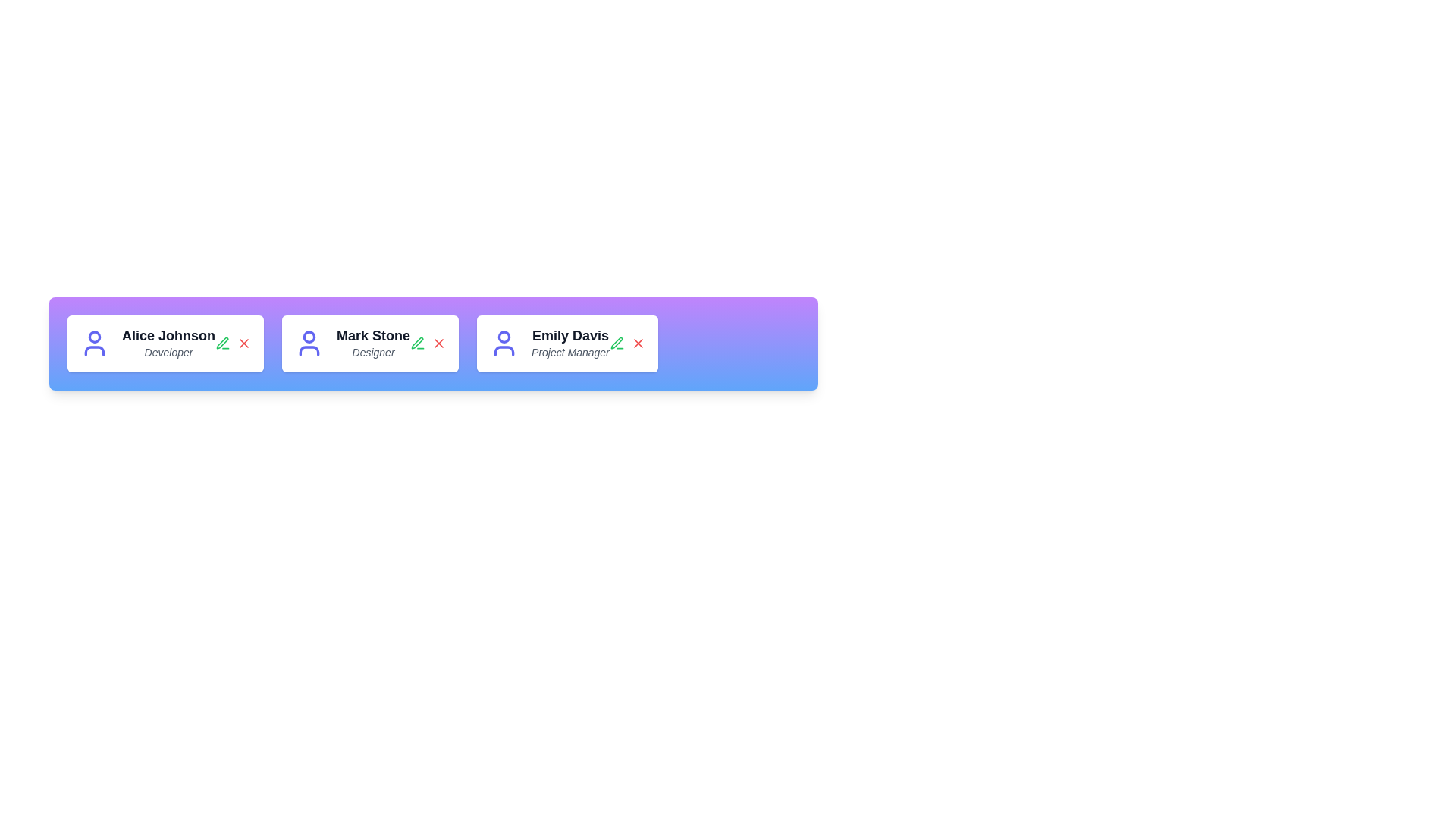 The height and width of the screenshot is (819, 1456). What do you see at coordinates (370, 344) in the screenshot?
I see `the profile card of Mark Stone to view their information` at bounding box center [370, 344].